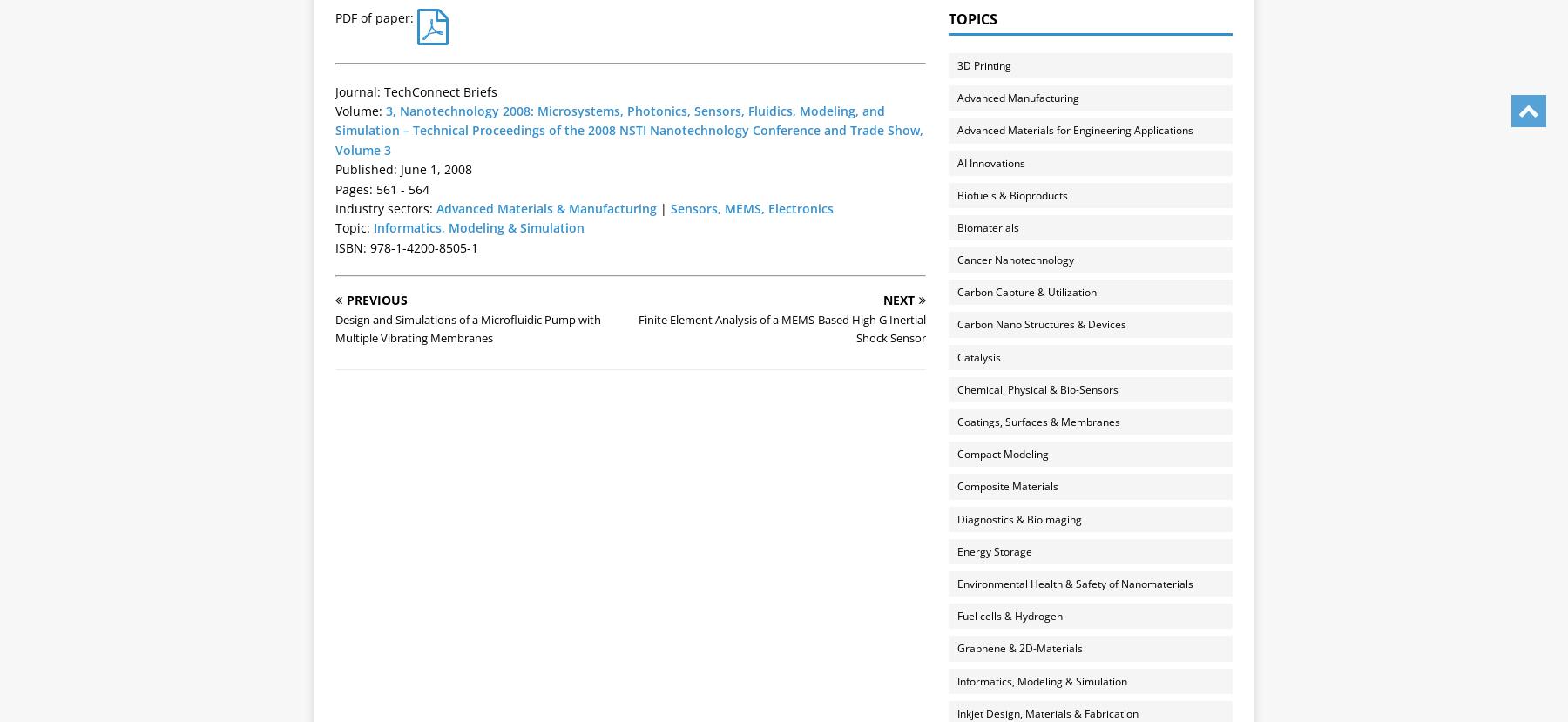 This screenshot has width=1568, height=722. I want to click on 'Sensors, MEMS, Electronics', so click(752, 207).